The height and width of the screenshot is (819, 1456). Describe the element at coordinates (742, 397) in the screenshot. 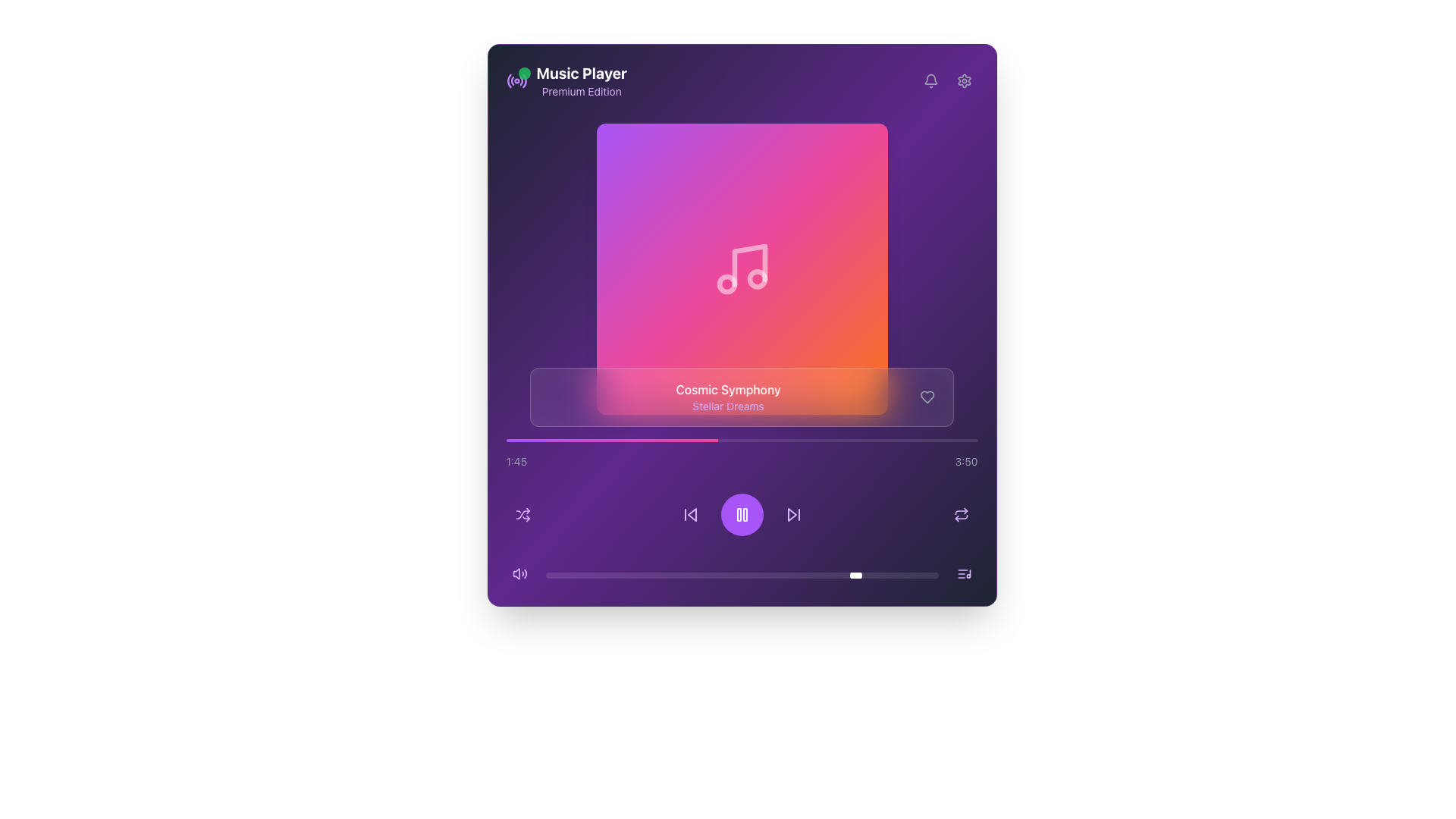

I see `displayed information from the informational display panel for track details, which shows the currently playing music track's title and subtitle, located at the bottom center of the interface` at that location.